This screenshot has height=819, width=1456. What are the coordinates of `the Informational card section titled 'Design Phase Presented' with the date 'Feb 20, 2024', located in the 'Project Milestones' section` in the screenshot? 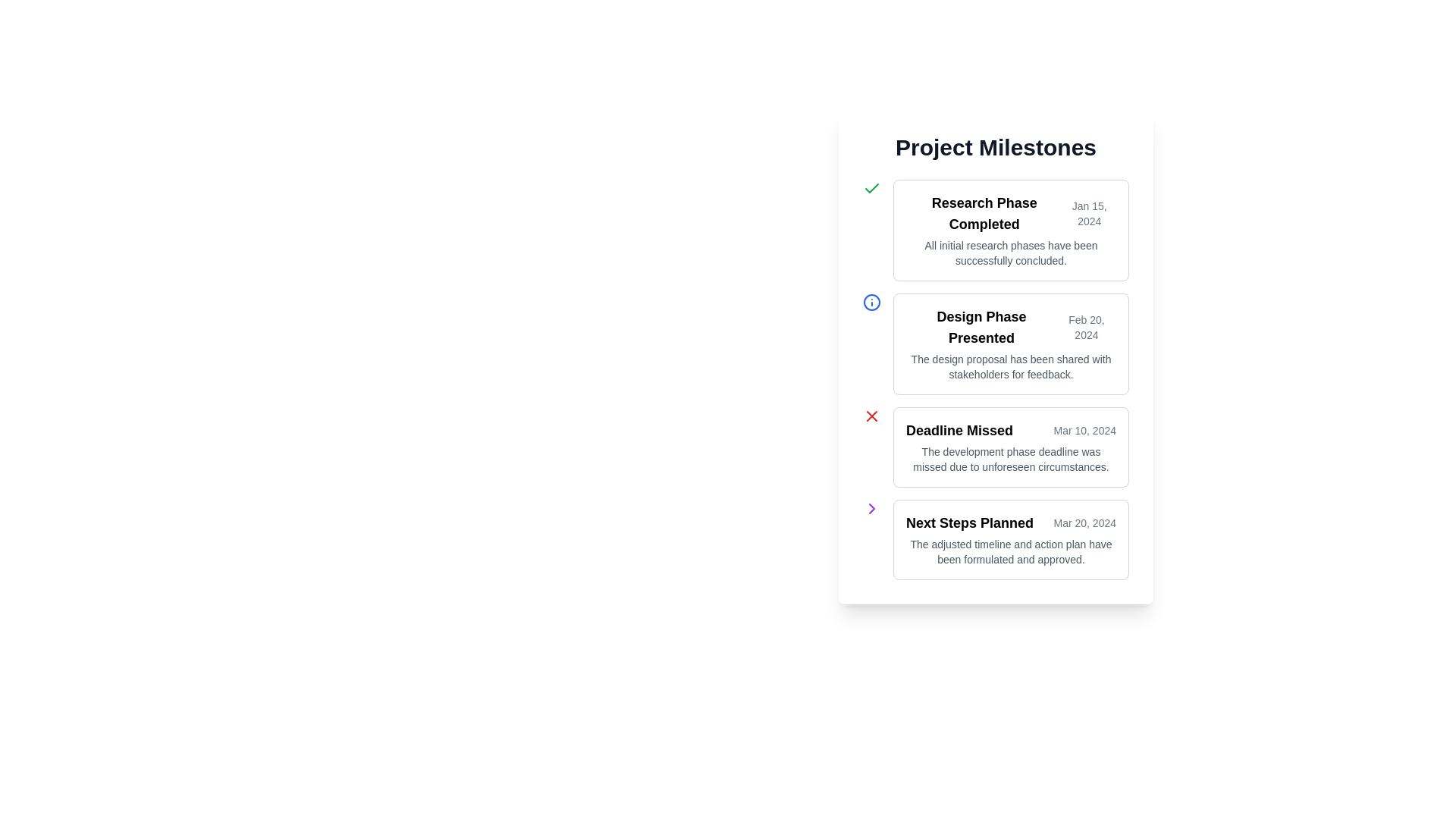 It's located at (1011, 327).